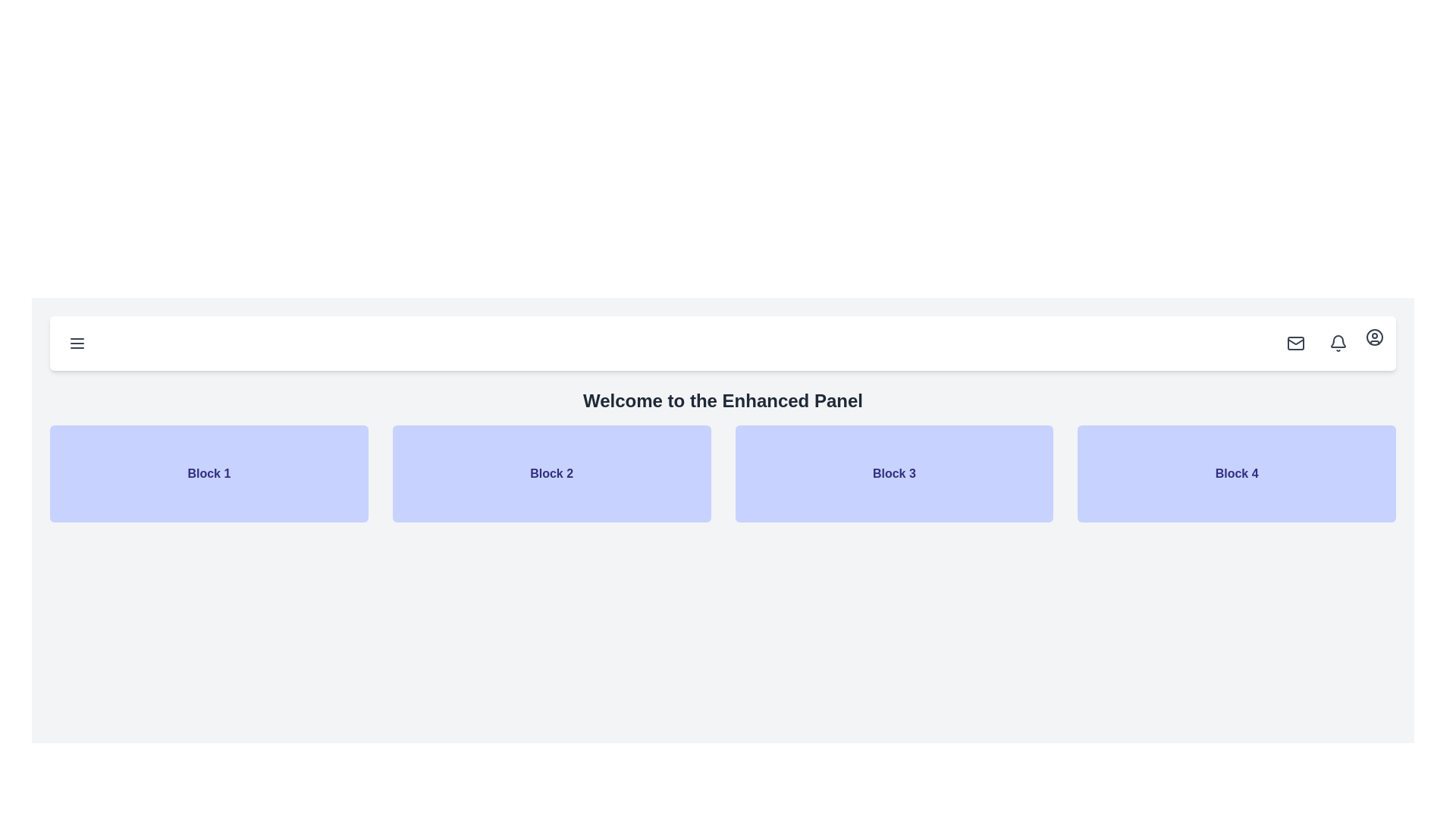 The height and width of the screenshot is (819, 1456). Describe the element at coordinates (1375, 336) in the screenshot. I see `the innermost SVG circle located at the top-right corner of the navigation bar` at that location.